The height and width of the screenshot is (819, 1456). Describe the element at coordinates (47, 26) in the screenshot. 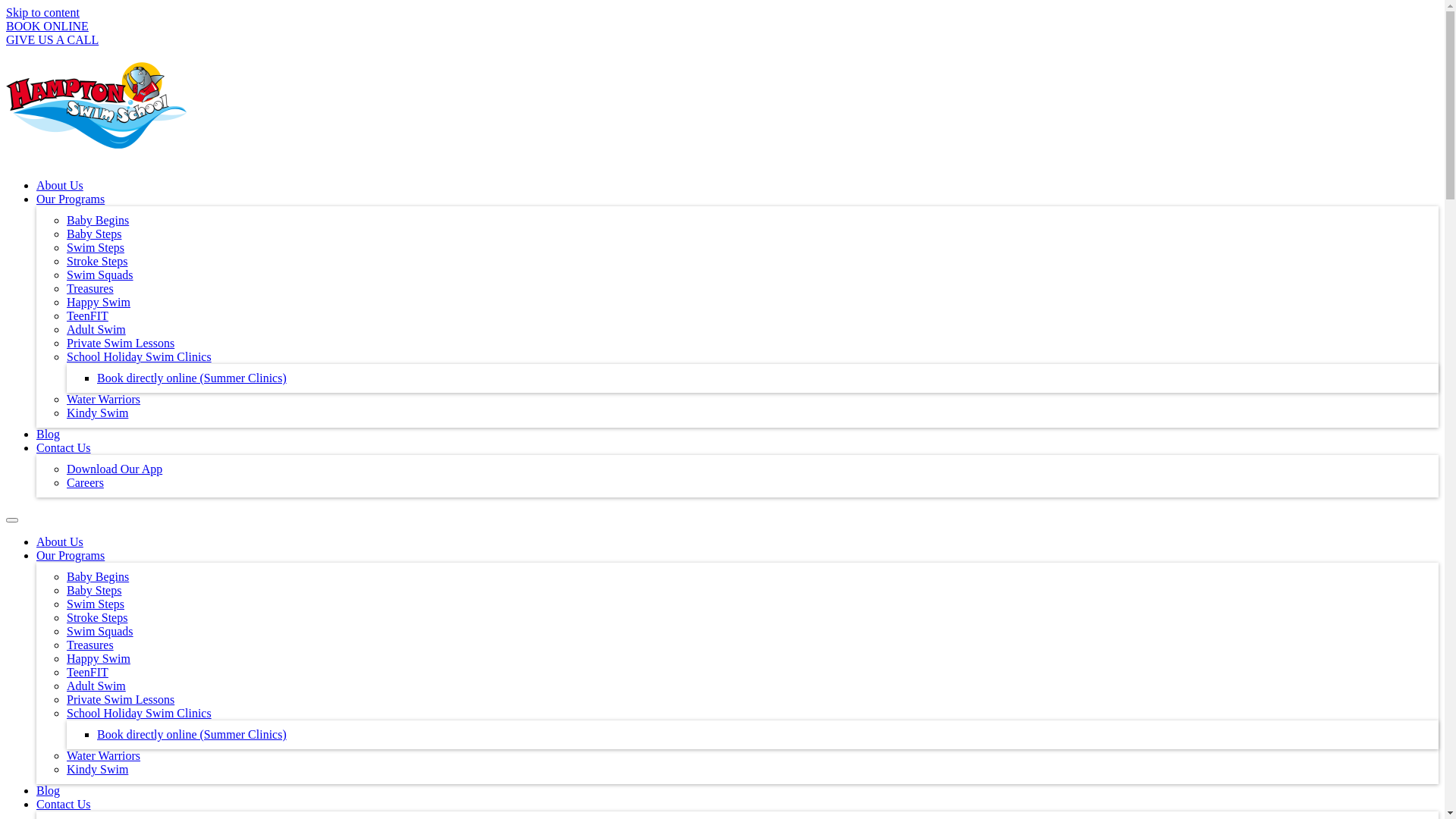

I see `'BOOK ONLINE'` at that location.